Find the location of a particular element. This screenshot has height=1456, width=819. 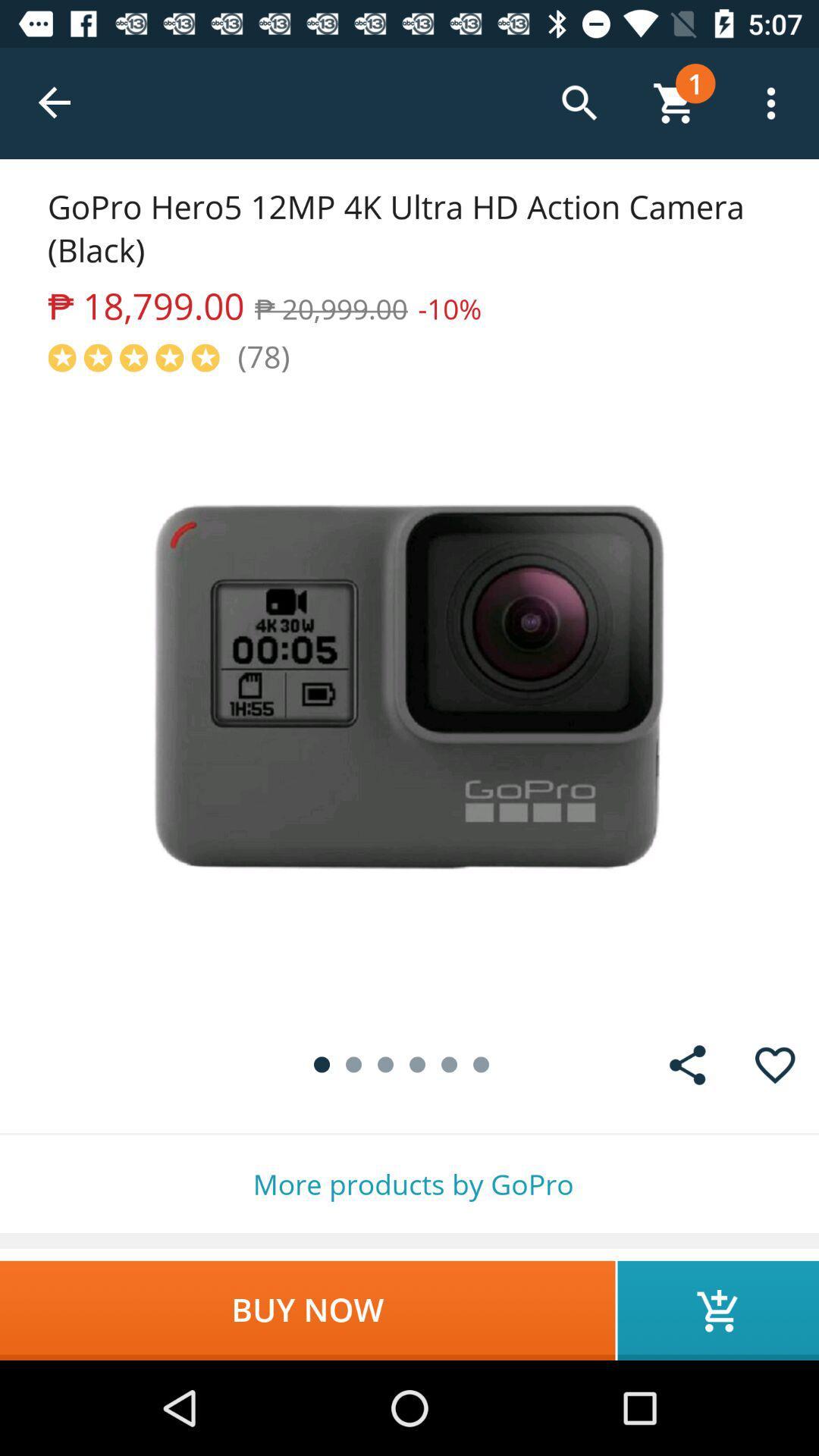

the favorite icon is located at coordinates (775, 1064).